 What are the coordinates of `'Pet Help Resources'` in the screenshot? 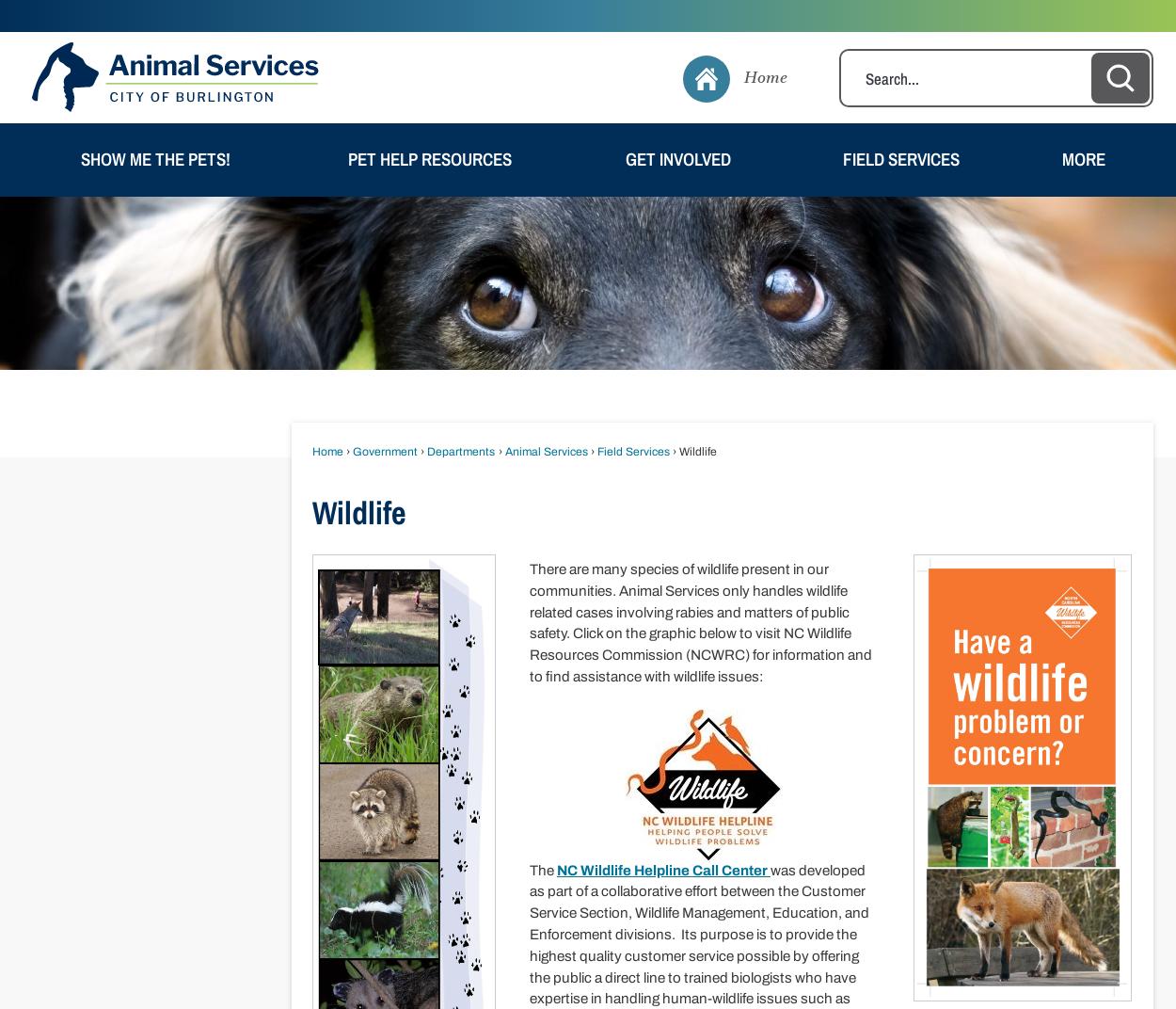 It's located at (428, 157).